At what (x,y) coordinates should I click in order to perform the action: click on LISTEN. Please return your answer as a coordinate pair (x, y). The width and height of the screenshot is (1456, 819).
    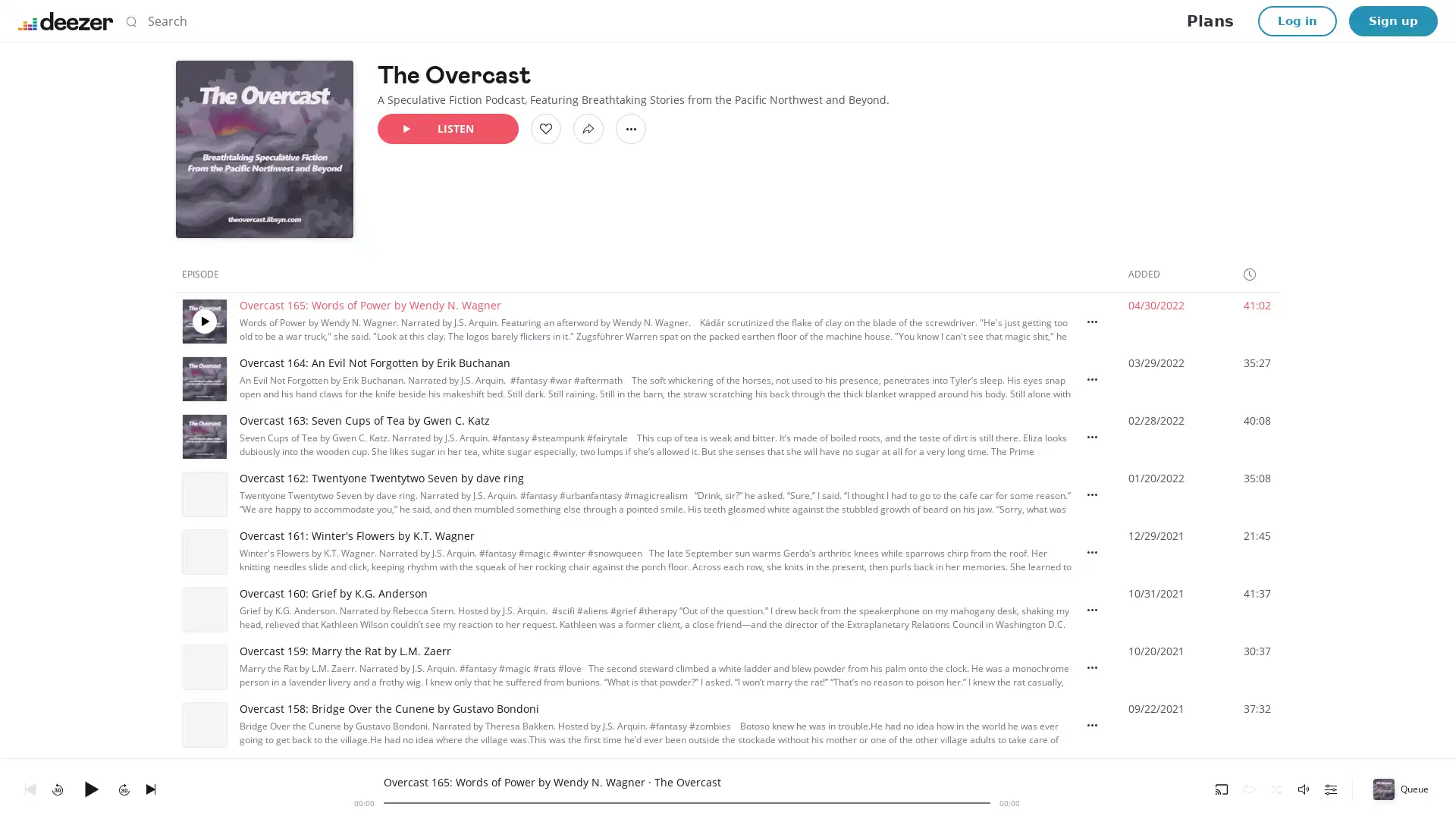
    Looking at the image, I should click on (447, 127).